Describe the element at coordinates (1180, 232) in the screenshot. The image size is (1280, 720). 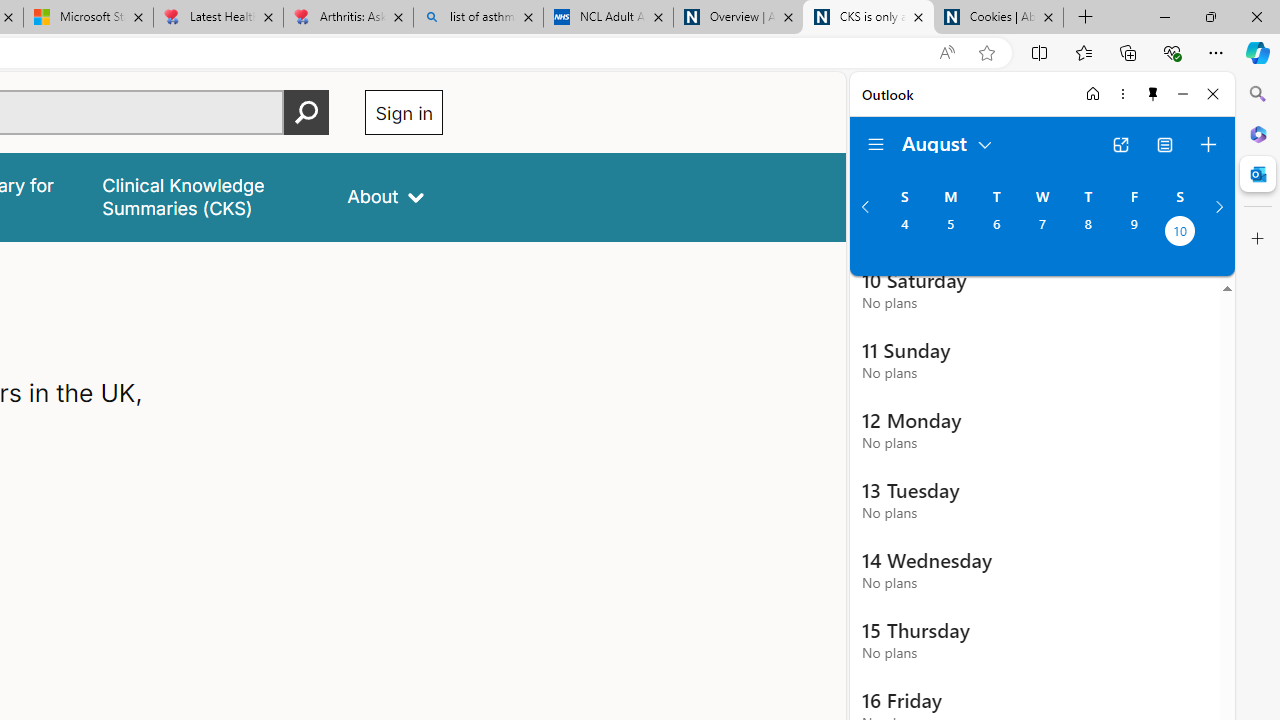
I see `'Saturday, August 10, 2024. Date selected. '` at that location.